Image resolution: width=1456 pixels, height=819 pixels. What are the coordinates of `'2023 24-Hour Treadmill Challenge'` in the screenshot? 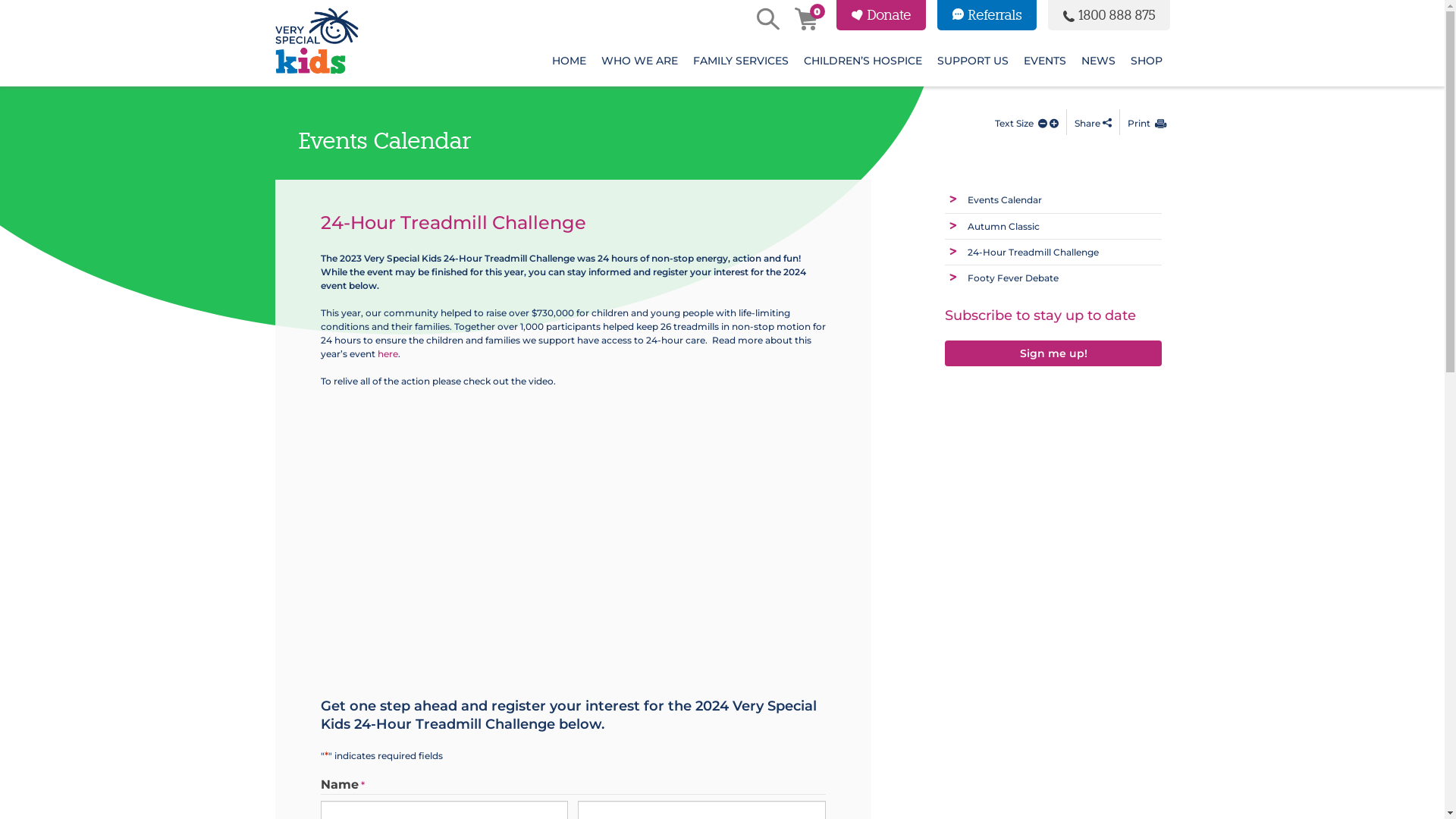 It's located at (556, 534).